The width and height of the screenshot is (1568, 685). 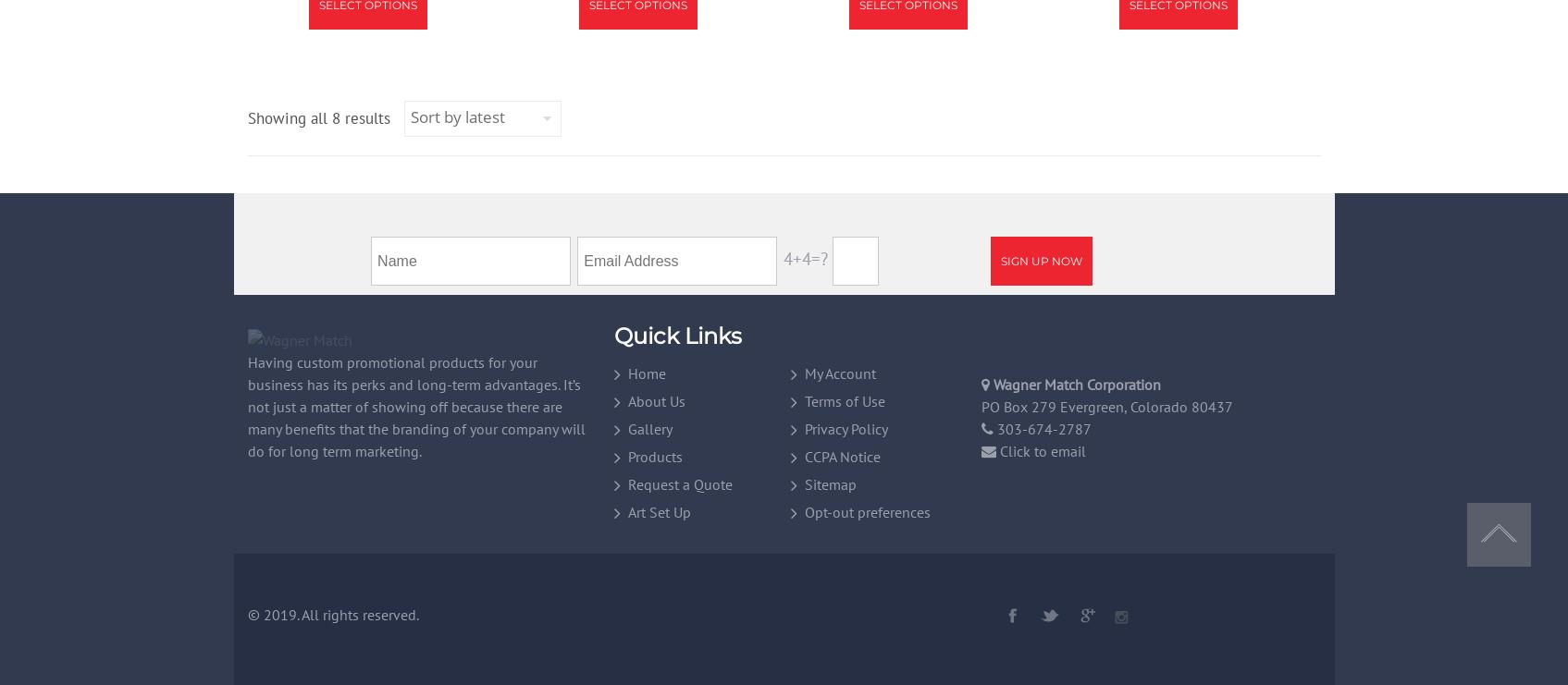 What do you see at coordinates (415, 405) in the screenshot?
I see `'Having custom promotional products for your business has its perks and long-term advantages. It’s not just a matter of showing off because there are many benefits that the branding of your company will do for long term marketing.'` at bounding box center [415, 405].